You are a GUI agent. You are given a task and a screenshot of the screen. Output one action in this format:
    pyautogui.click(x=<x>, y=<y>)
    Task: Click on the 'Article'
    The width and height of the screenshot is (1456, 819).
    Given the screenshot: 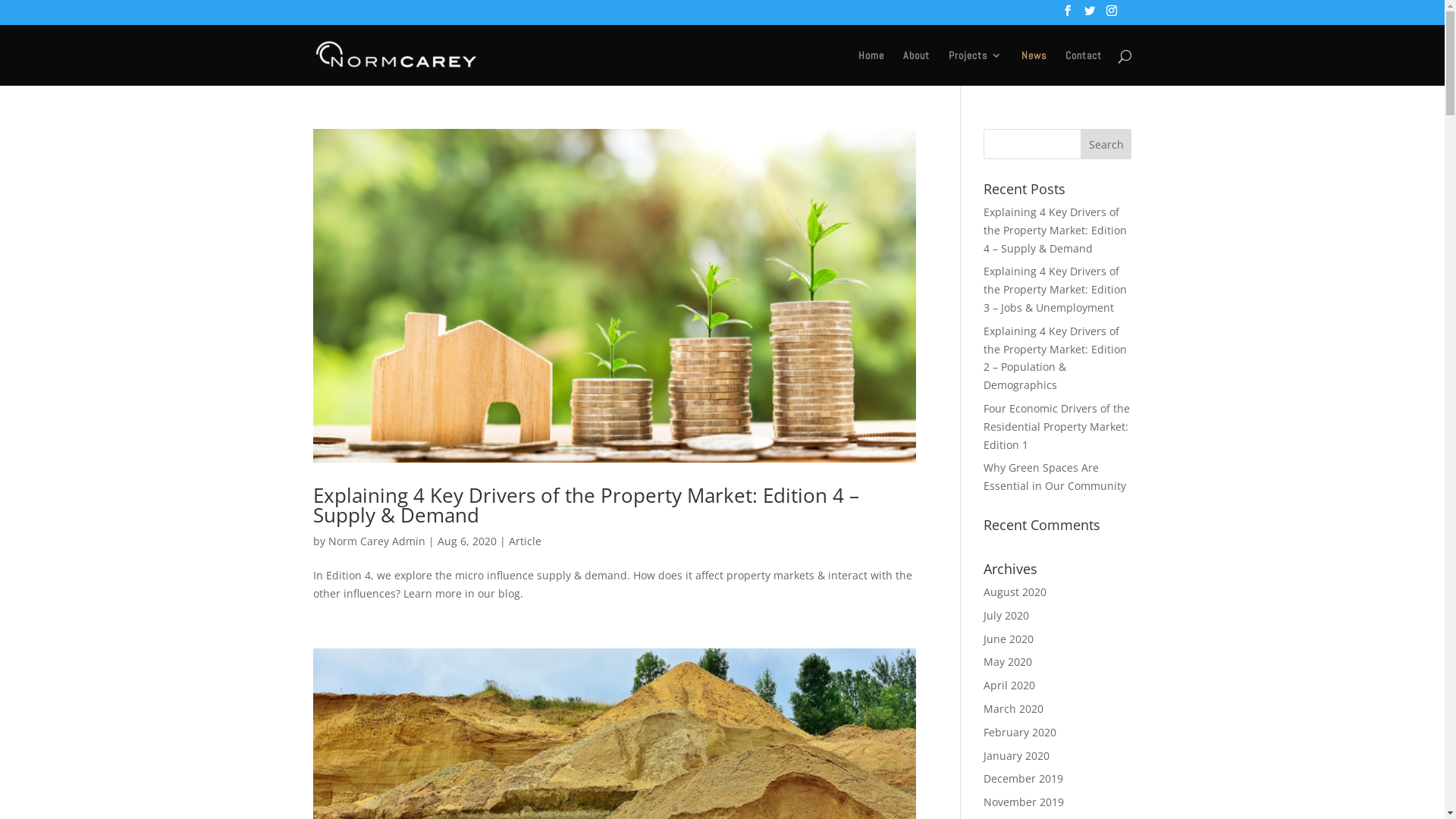 What is the action you would take?
    pyautogui.click(x=508, y=540)
    